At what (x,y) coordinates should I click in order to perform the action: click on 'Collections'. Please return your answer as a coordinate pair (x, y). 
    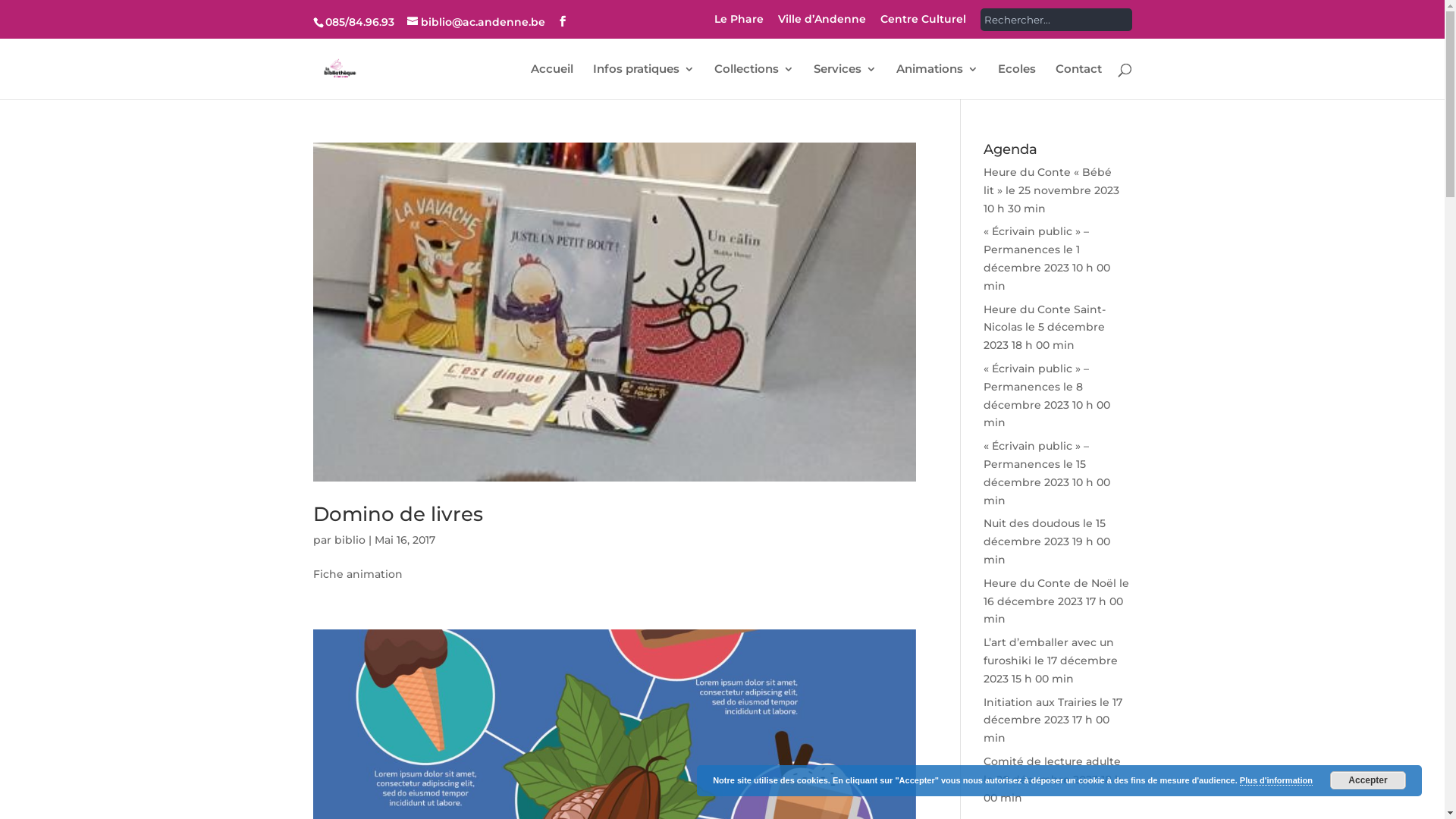
    Looking at the image, I should click on (754, 81).